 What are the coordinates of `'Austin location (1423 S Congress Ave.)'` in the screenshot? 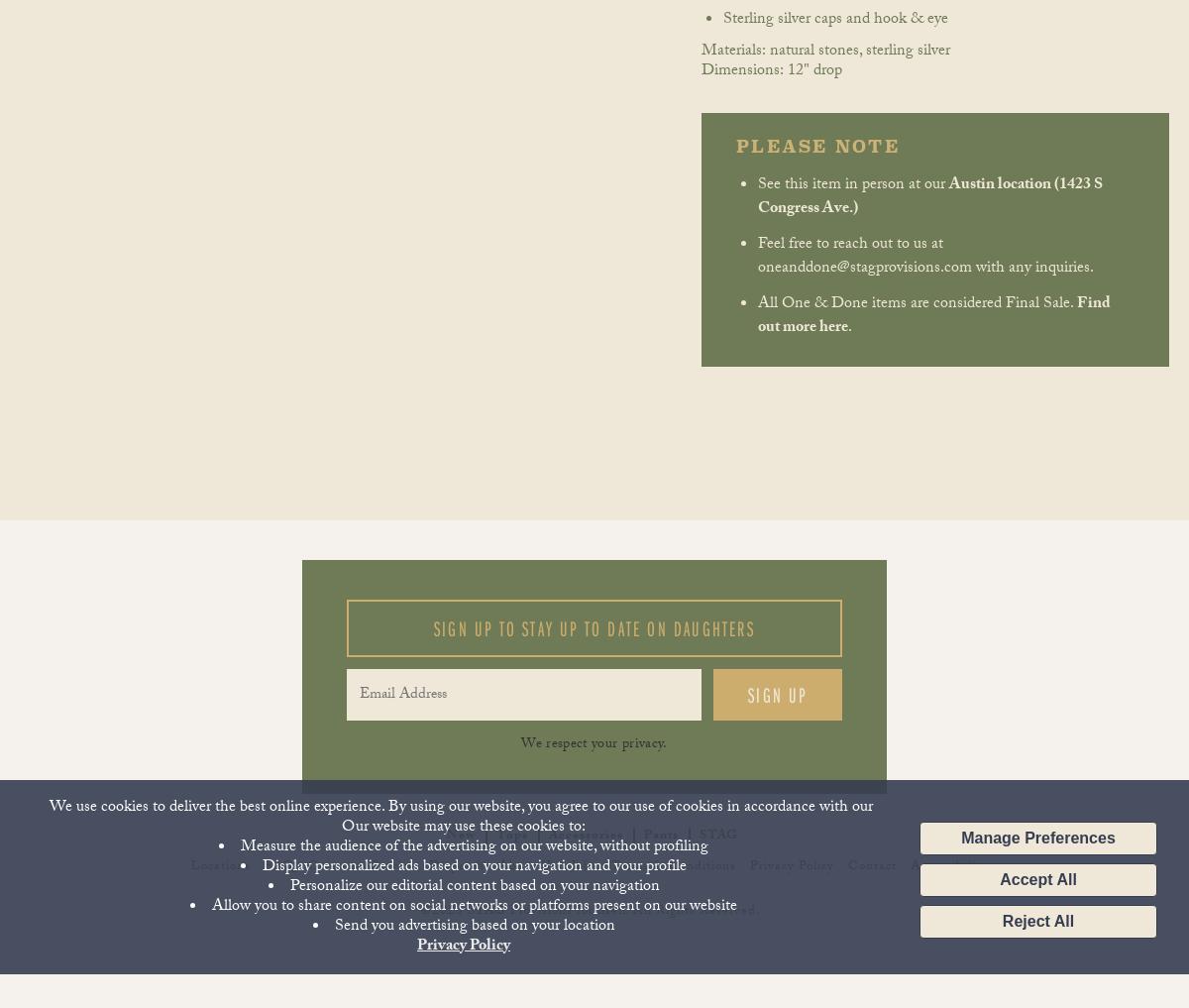 It's located at (929, 196).